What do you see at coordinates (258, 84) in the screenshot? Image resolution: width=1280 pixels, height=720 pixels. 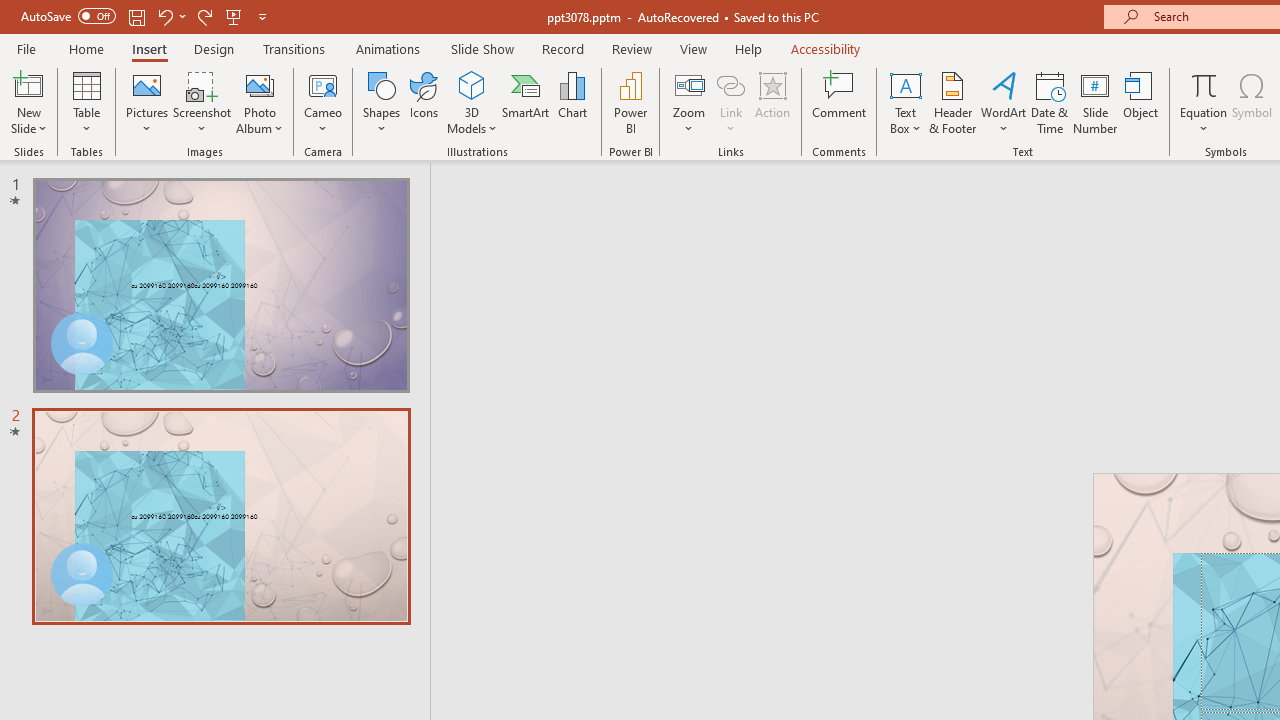 I see `'New Photo Album...'` at bounding box center [258, 84].